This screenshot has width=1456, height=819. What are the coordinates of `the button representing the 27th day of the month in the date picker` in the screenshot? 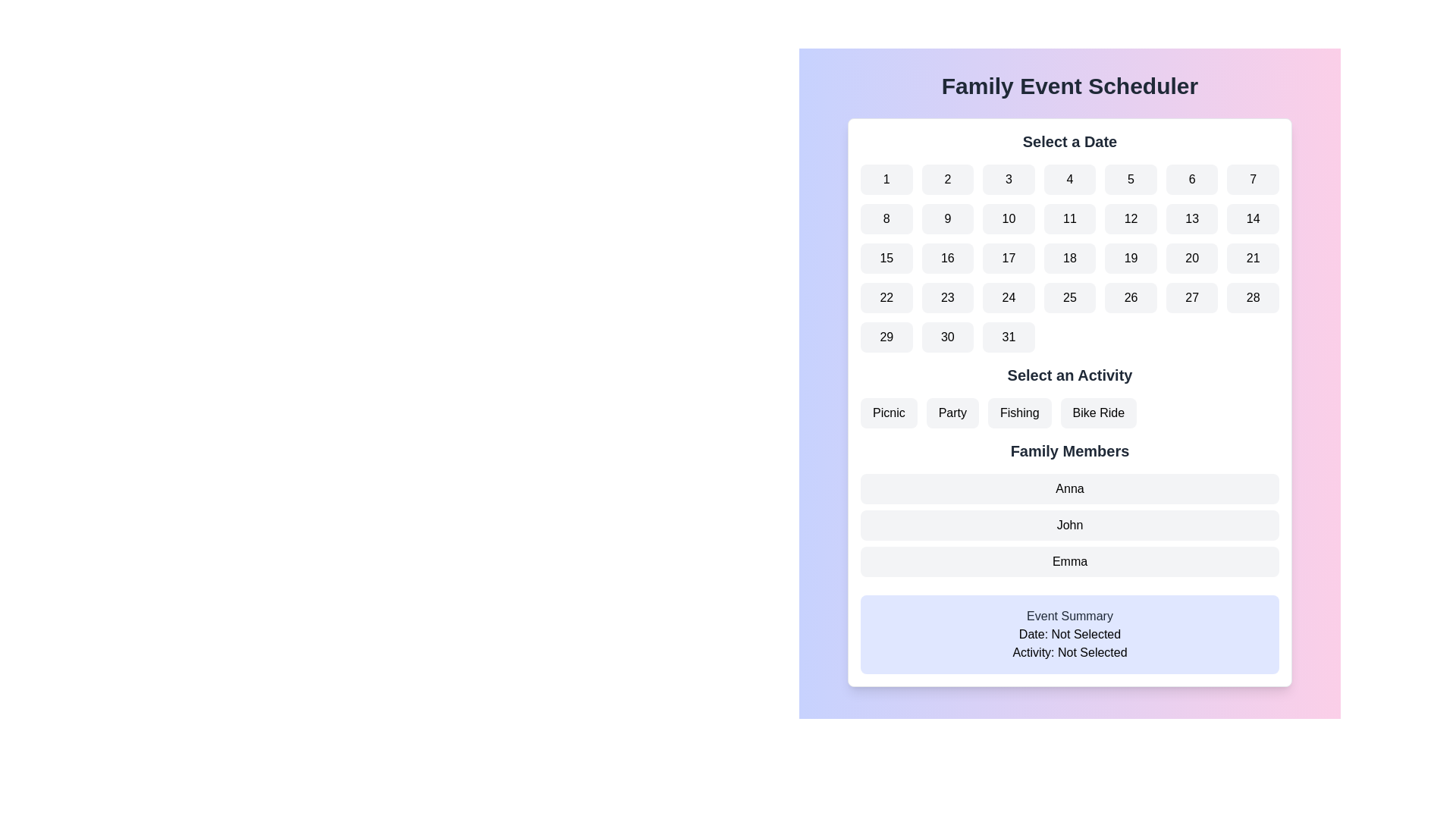 It's located at (1191, 298).